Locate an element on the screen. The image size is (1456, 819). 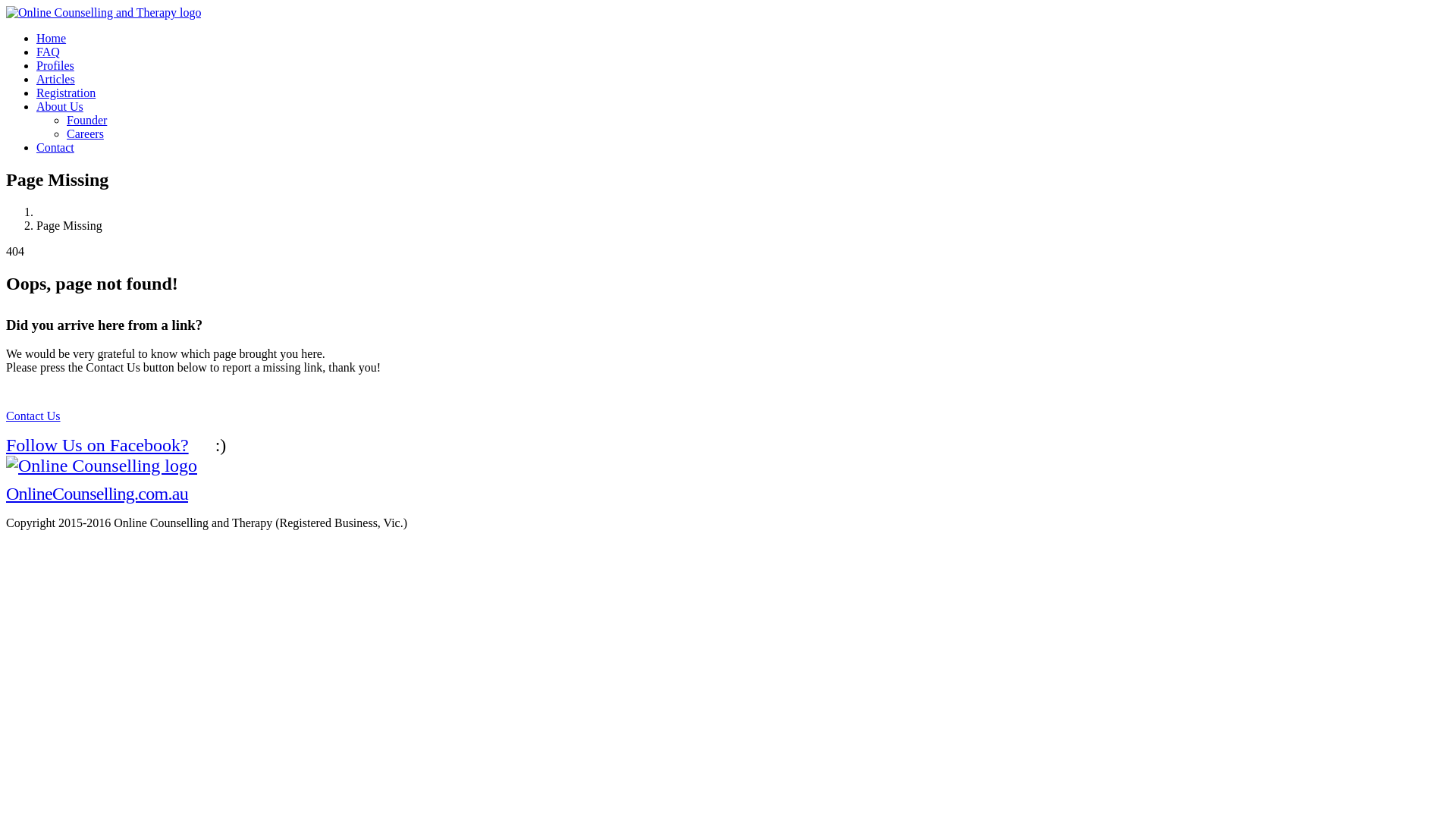
'Founder' is located at coordinates (86, 119).